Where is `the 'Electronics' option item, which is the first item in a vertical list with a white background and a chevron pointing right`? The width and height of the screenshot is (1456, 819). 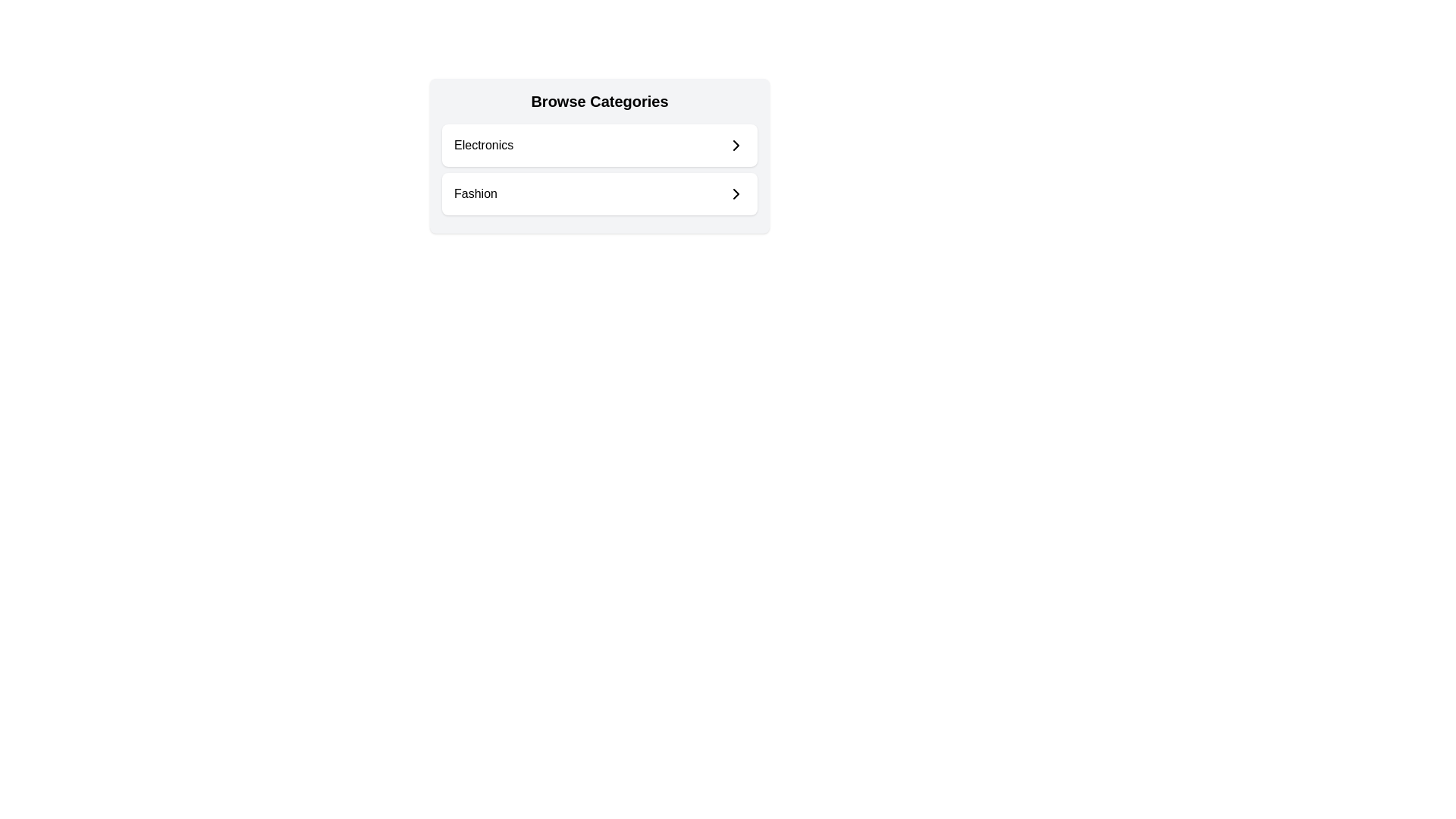 the 'Electronics' option item, which is the first item in a vertical list with a white background and a chevron pointing right is located at coordinates (599, 146).